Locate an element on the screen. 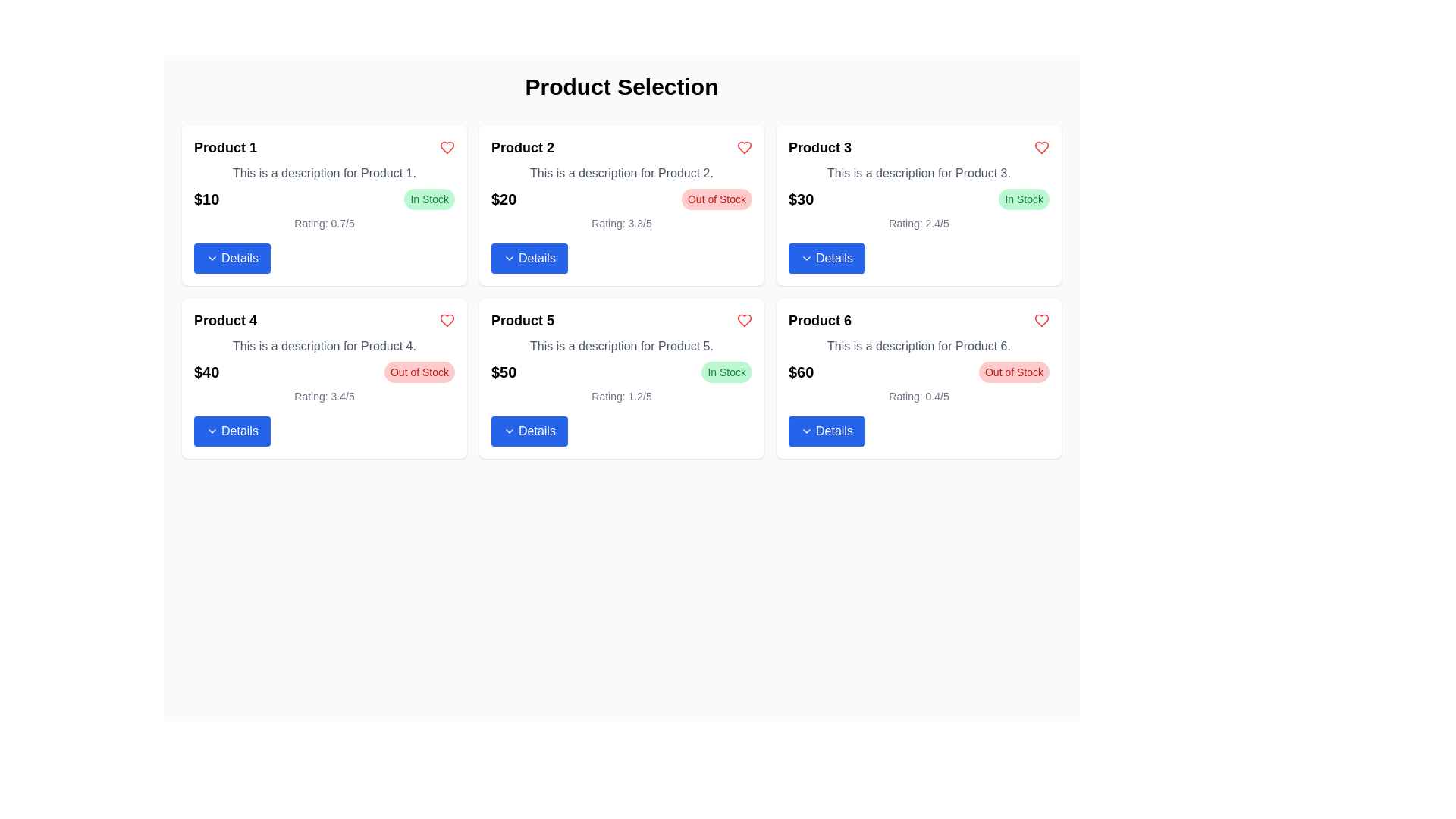  the availability badge indicating 'In Stock' within the 'Product 5' card is located at coordinates (622, 372).